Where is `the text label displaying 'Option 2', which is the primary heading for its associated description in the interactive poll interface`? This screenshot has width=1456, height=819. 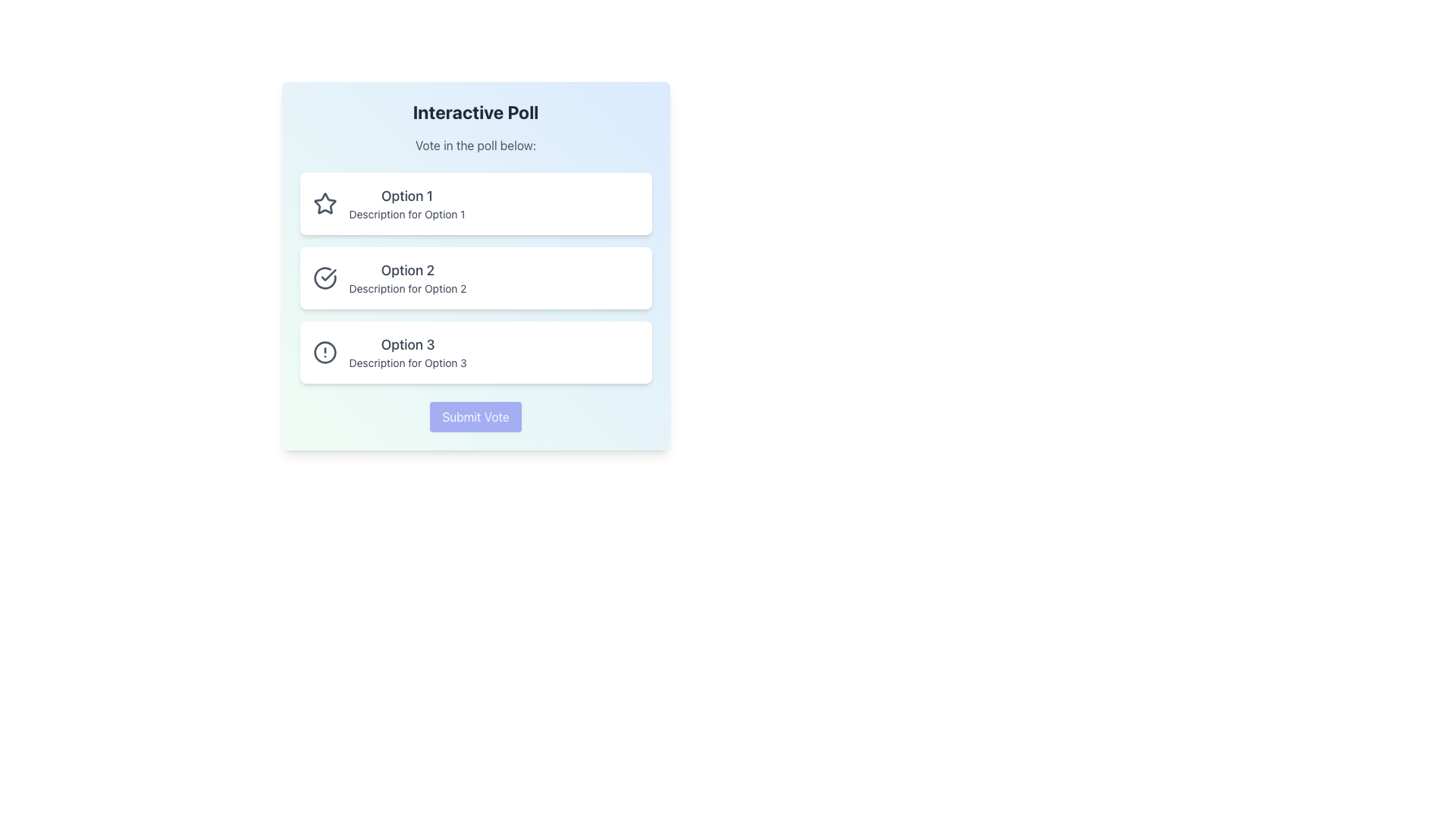 the text label displaying 'Option 2', which is the primary heading for its associated description in the interactive poll interface is located at coordinates (407, 270).